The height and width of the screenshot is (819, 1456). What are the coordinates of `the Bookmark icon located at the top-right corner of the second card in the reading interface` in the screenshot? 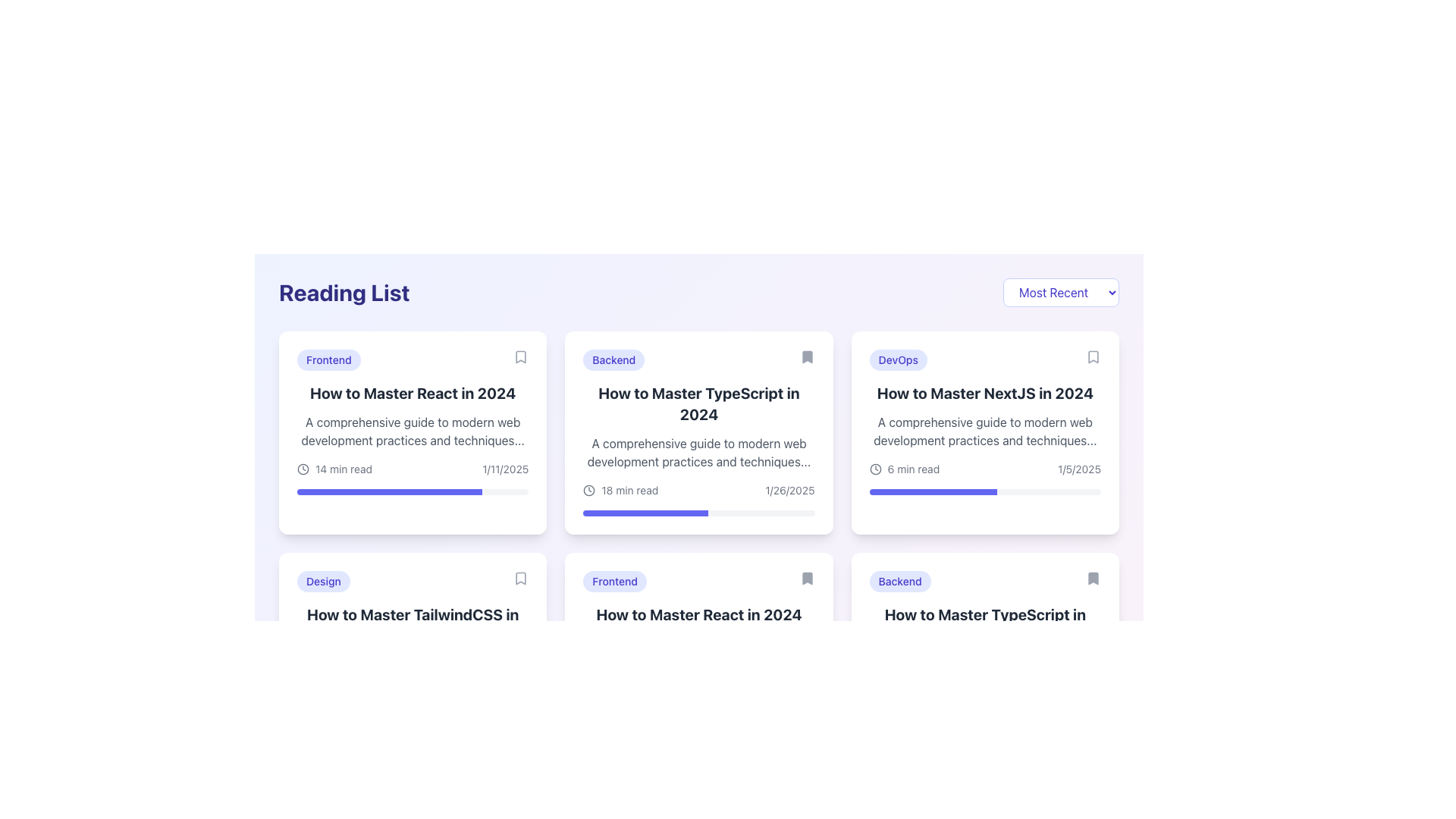 It's located at (806, 356).